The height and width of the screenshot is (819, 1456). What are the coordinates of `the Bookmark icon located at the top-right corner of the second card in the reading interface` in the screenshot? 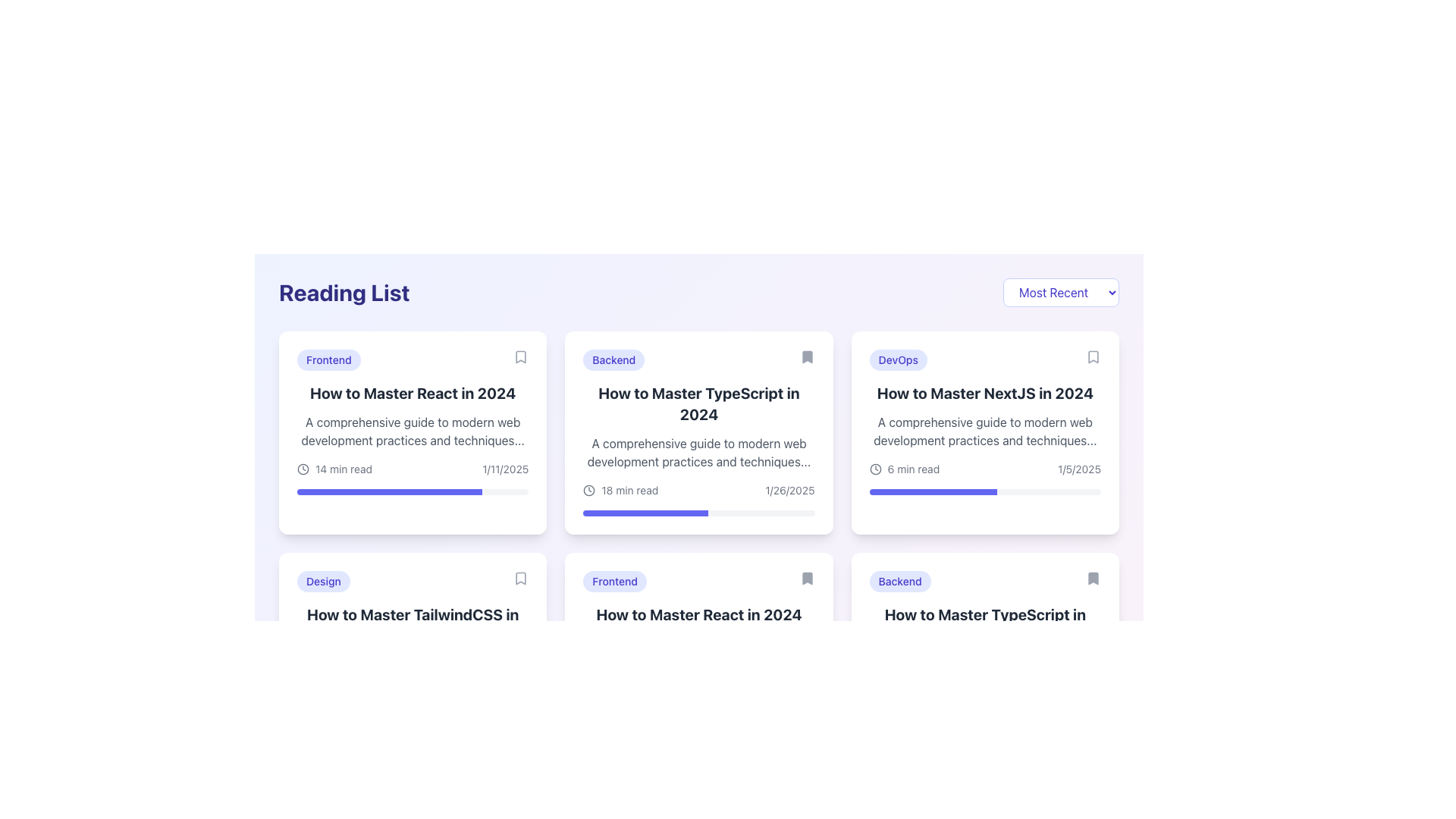 It's located at (806, 356).